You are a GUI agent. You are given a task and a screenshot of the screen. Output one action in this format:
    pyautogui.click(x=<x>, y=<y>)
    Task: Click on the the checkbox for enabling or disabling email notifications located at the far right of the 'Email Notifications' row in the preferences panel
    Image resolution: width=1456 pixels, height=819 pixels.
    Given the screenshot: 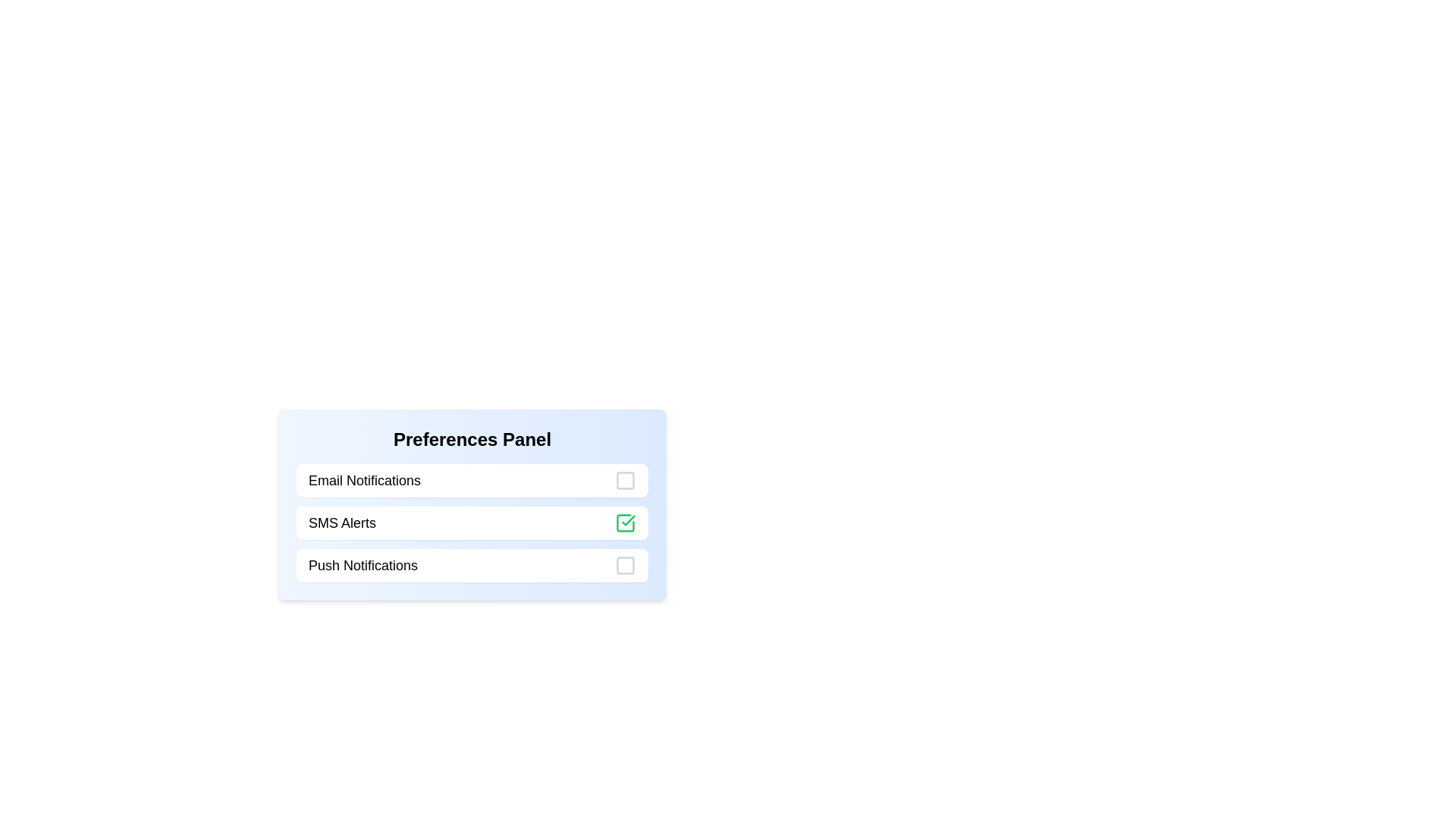 What is the action you would take?
    pyautogui.click(x=626, y=480)
    